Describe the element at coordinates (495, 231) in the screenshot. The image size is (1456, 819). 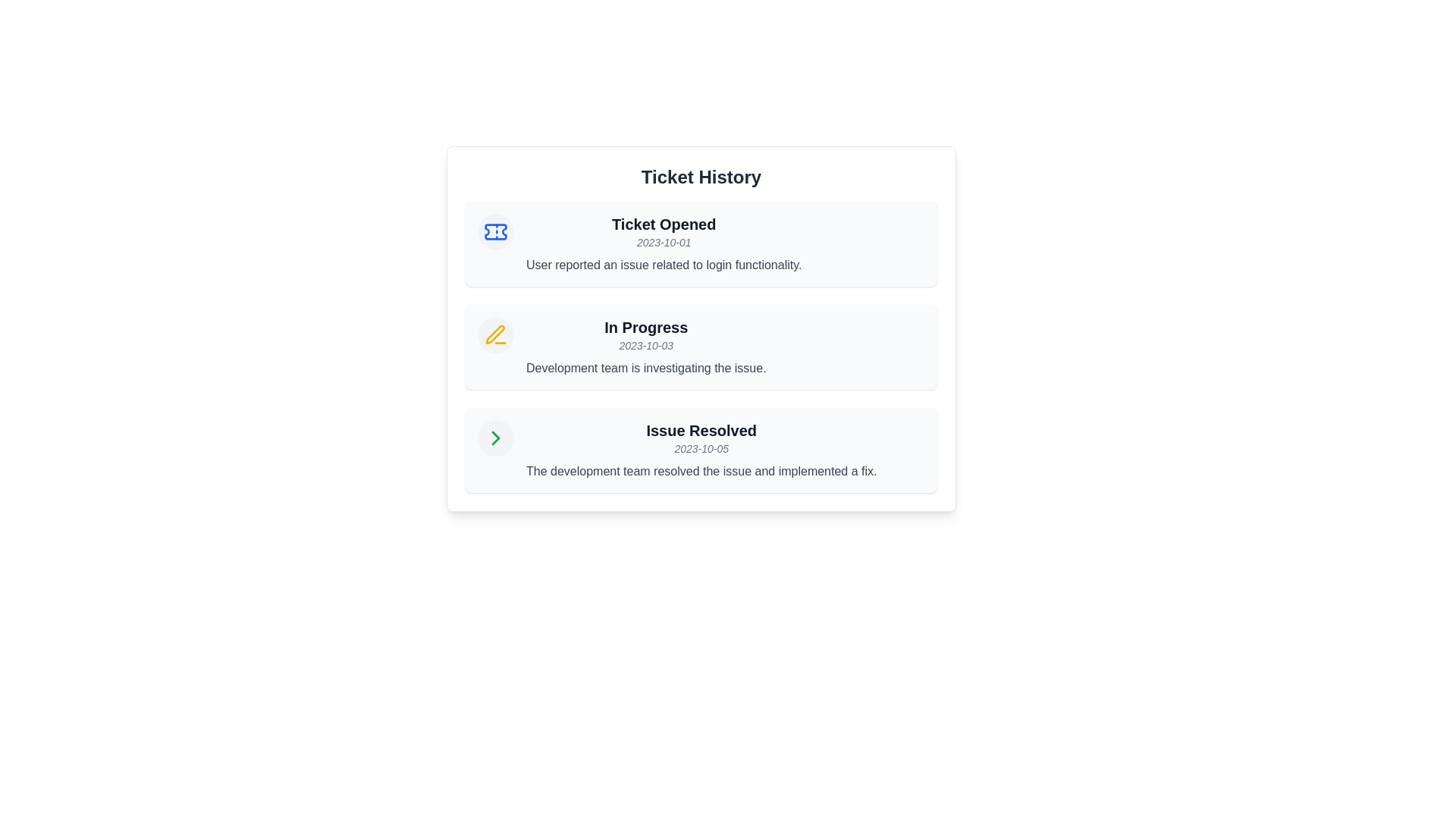
I see `the Icon with circular background that indicates ticket status, located at the top left of the 'Ticket Opened' card in the 'Ticket History' section` at that location.